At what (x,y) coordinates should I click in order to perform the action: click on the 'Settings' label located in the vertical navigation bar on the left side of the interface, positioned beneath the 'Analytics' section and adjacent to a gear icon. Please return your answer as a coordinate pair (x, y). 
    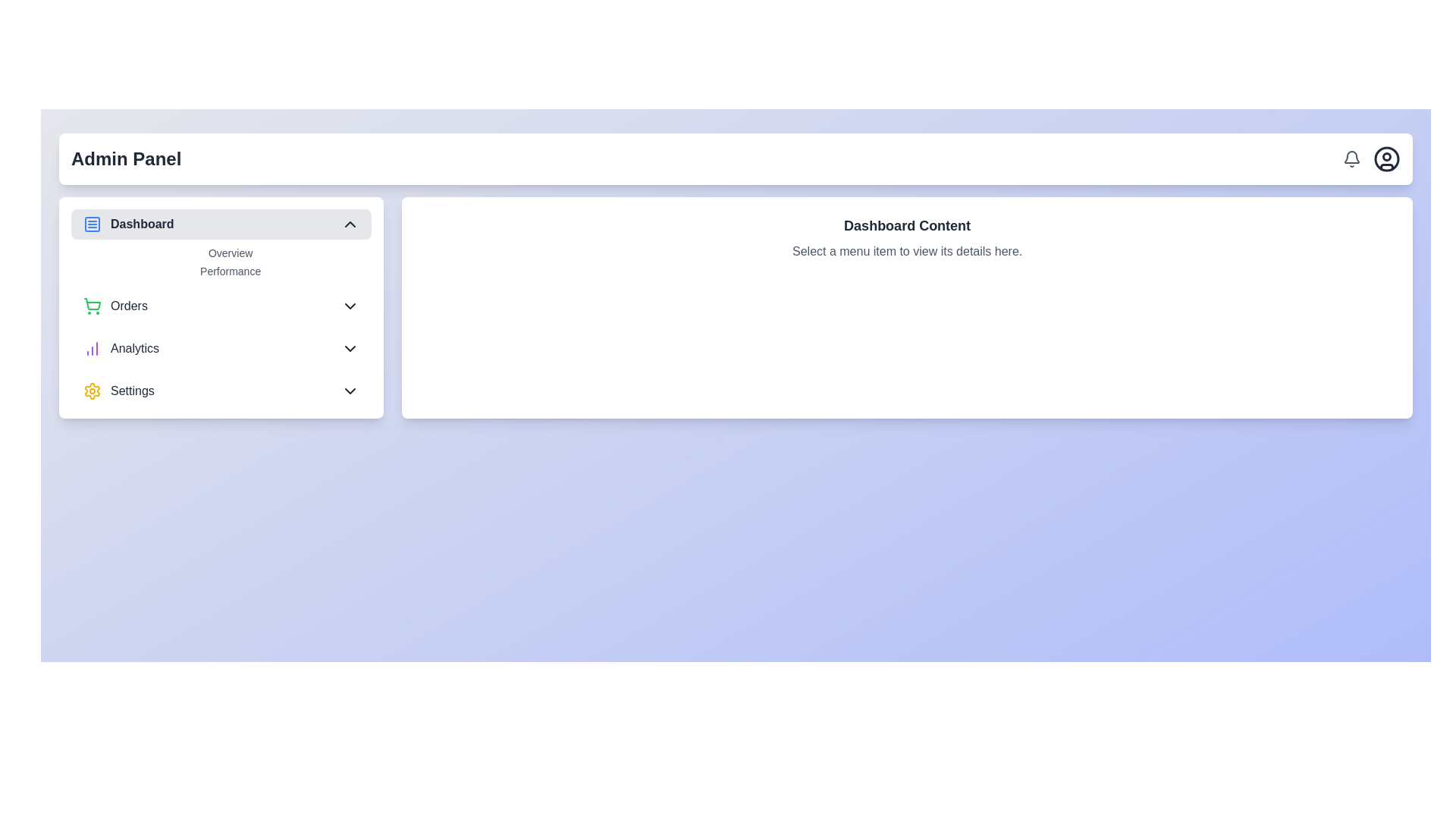
    Looking at the image, I should click on (132, 391).